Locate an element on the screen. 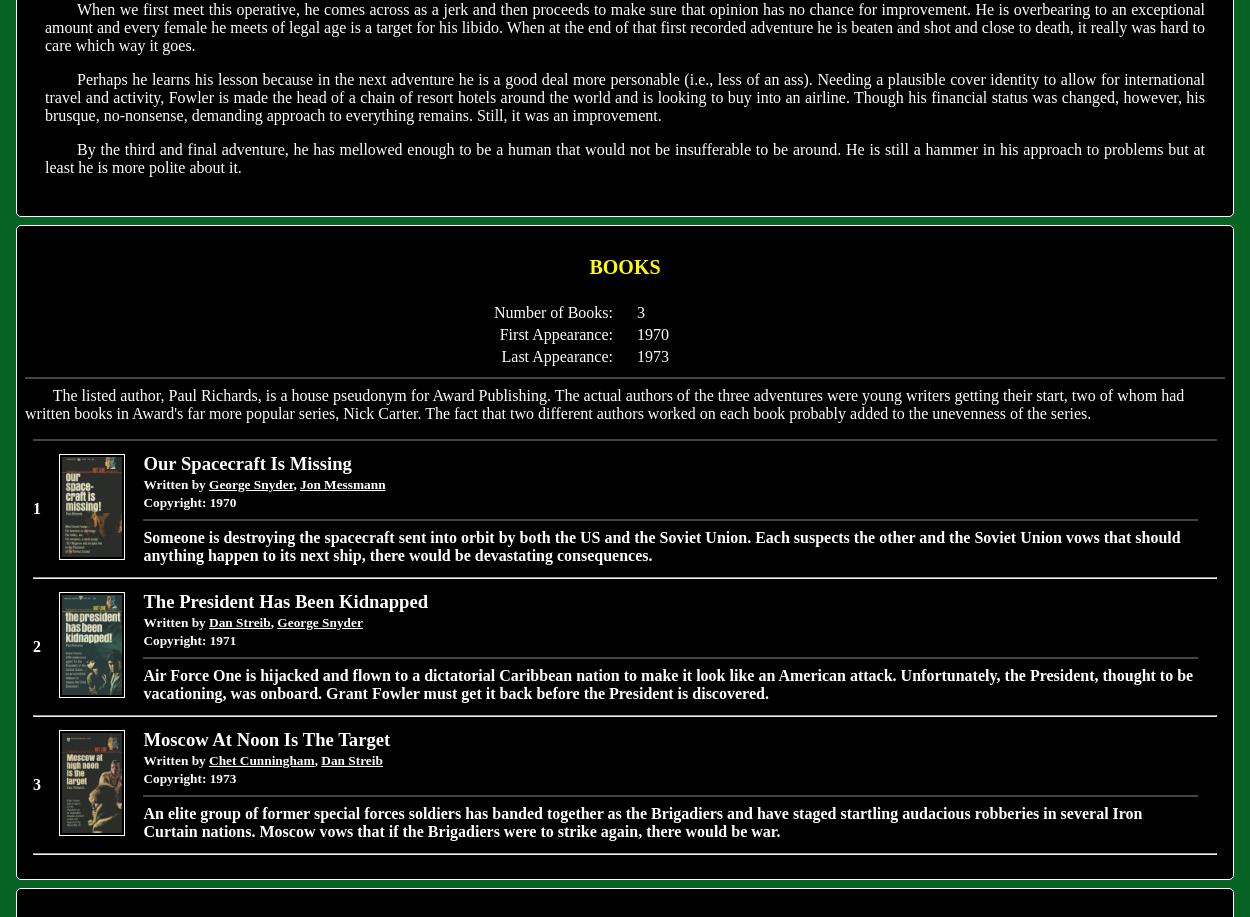  'Copyright: 1970' is located at coordinates (188, 500).